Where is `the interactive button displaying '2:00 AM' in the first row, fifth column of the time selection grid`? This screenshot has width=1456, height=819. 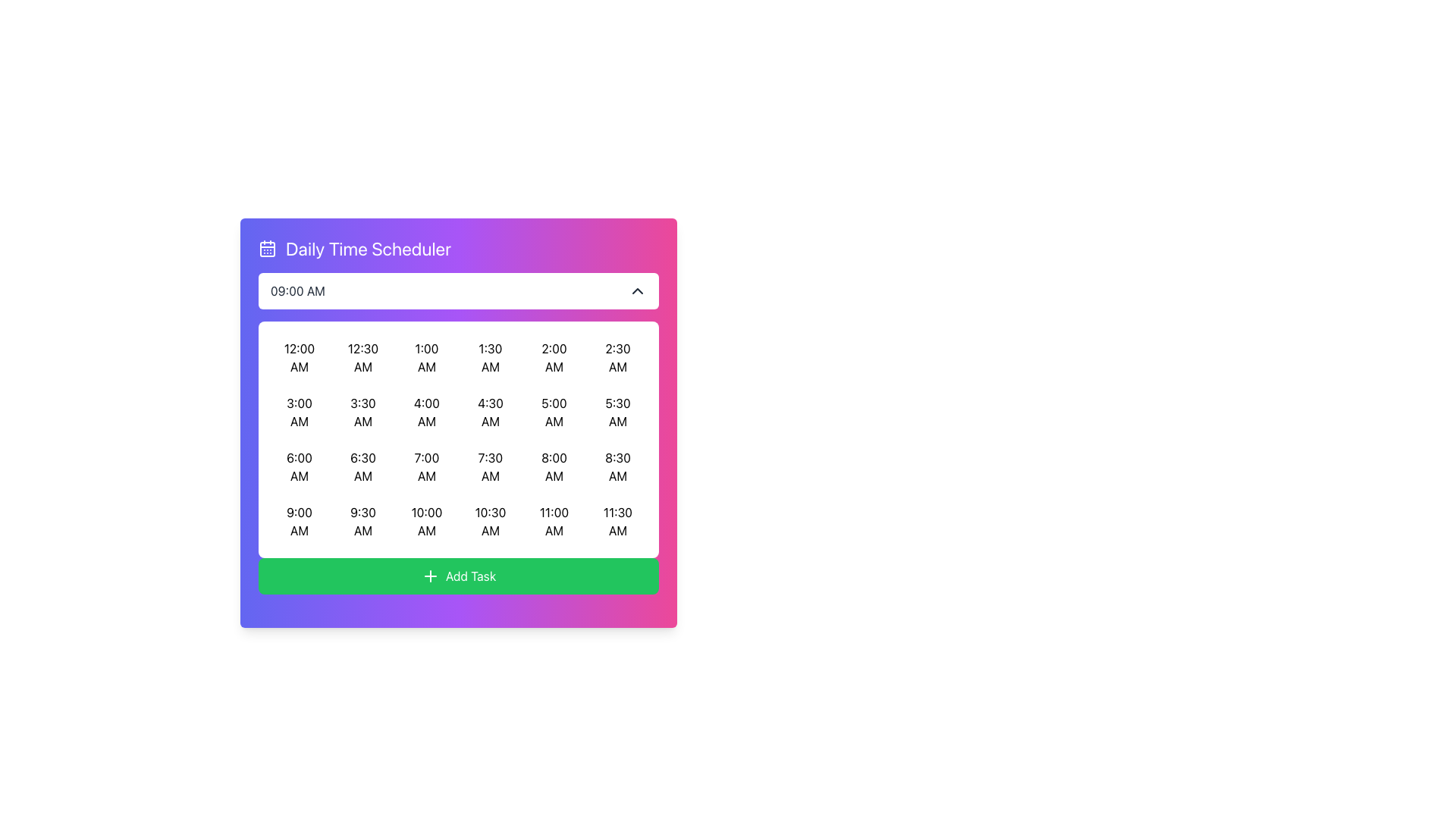 the interactive button displaying '2:00 AM' in the first row, fifth column of the time selection grid is located at coordinates (553, 357).